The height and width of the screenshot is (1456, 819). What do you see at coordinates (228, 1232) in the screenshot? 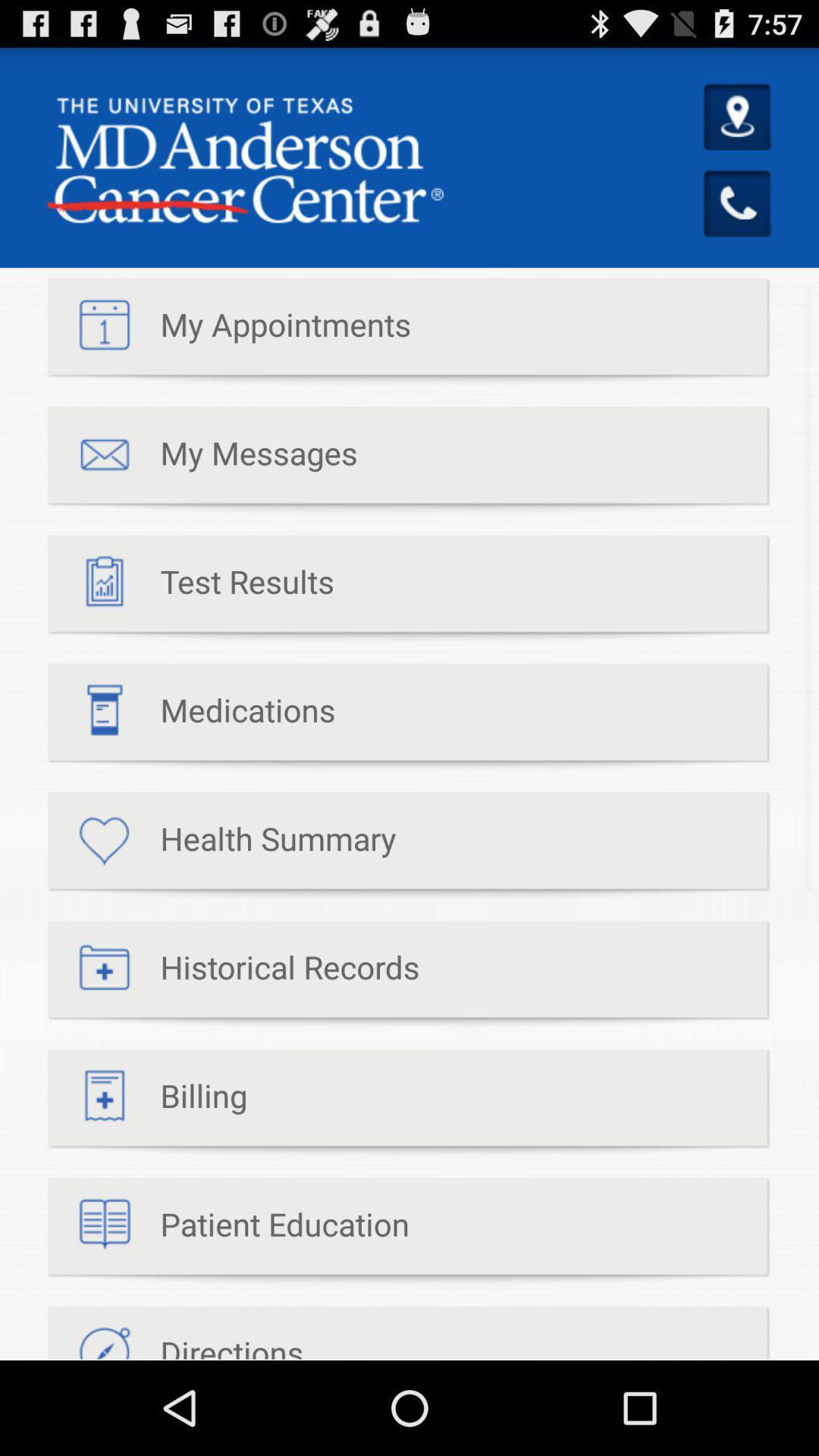
I see `the patient education icon` at bounding box center [228, 1232].